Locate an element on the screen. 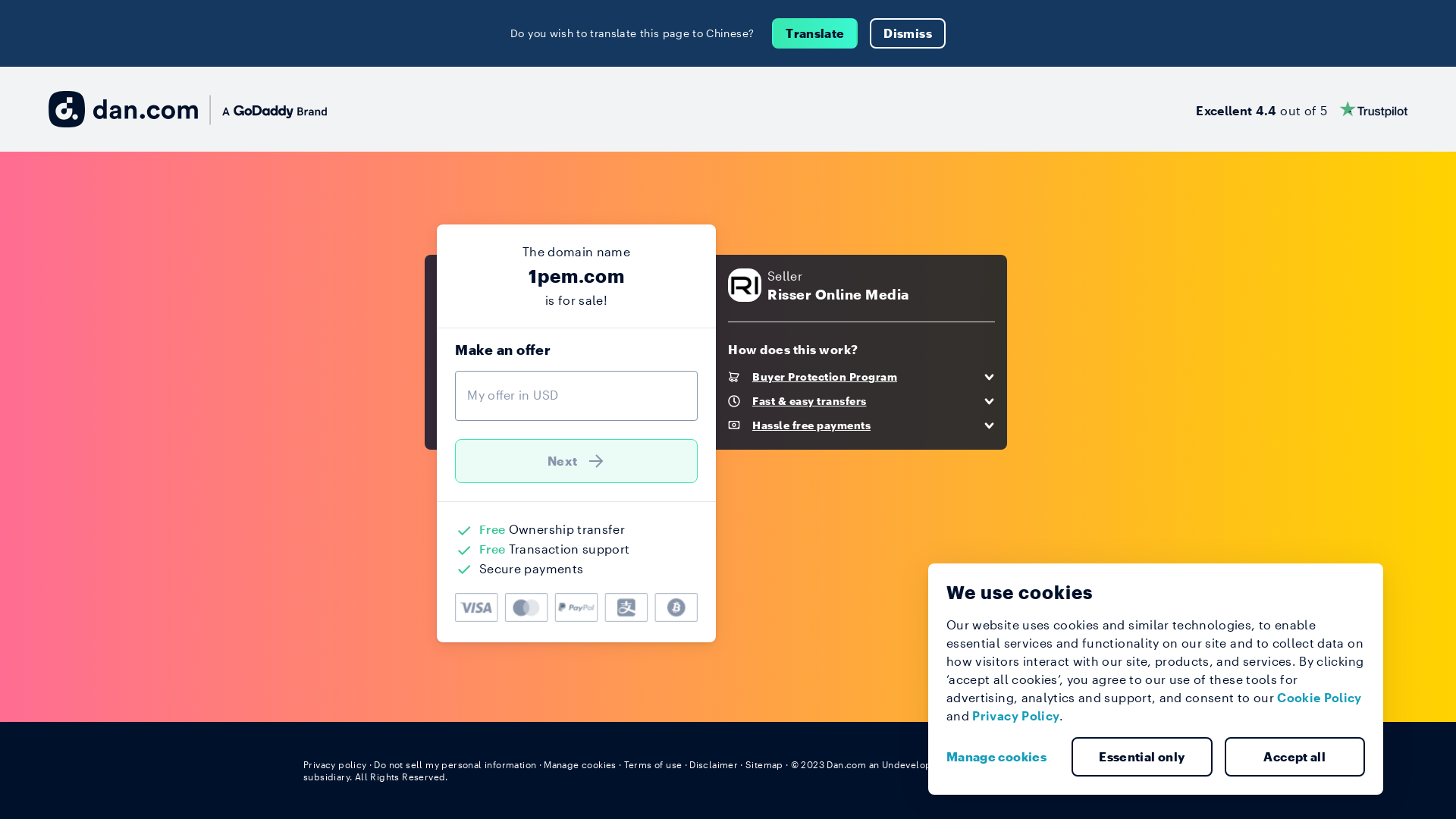 This screenshot has width=1456, height=819. 'Do not sell my personal information' is located at coordinates (454, 764).